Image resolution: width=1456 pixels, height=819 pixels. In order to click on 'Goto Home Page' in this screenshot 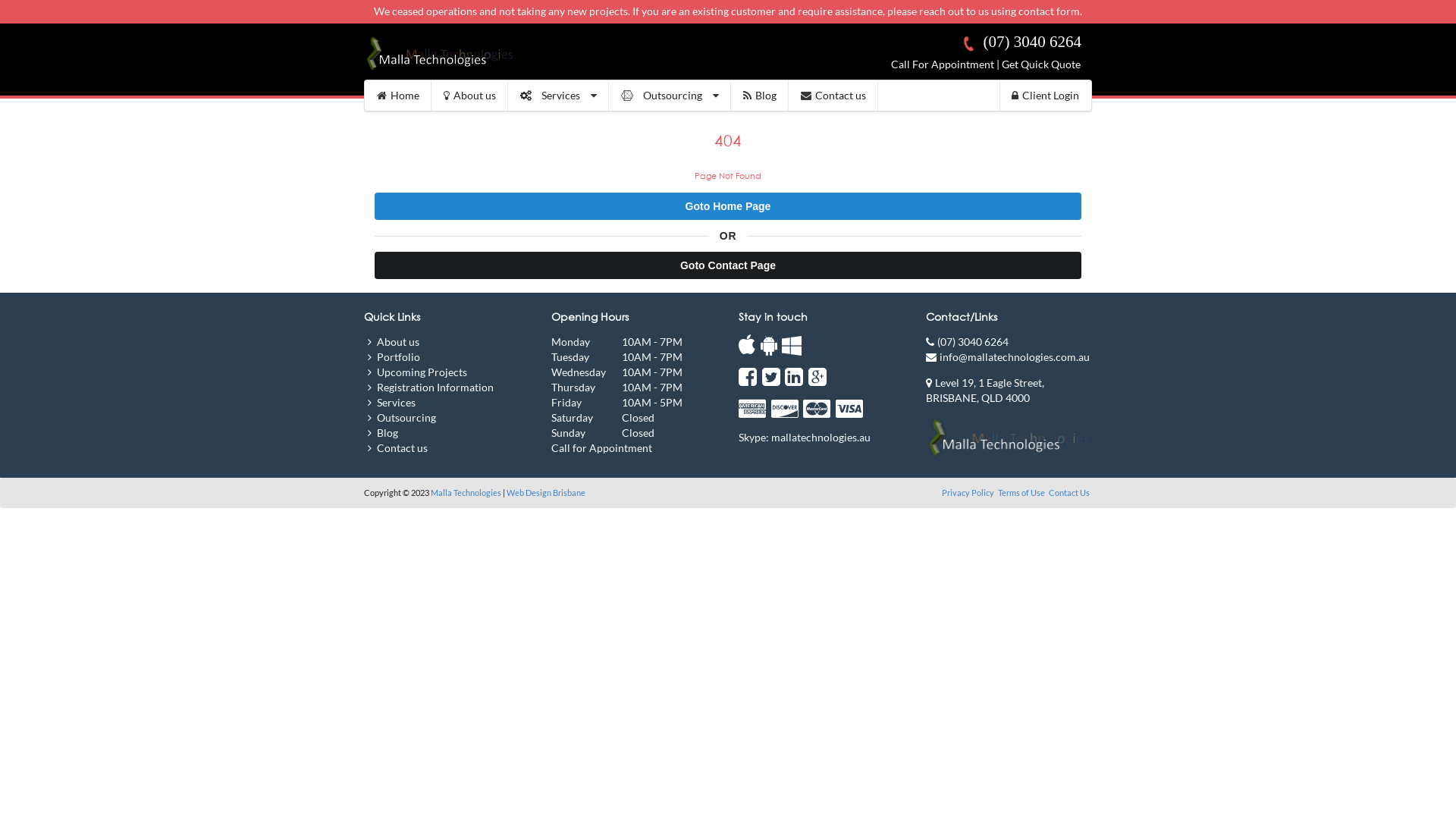, I will do `click(728, 206)`.